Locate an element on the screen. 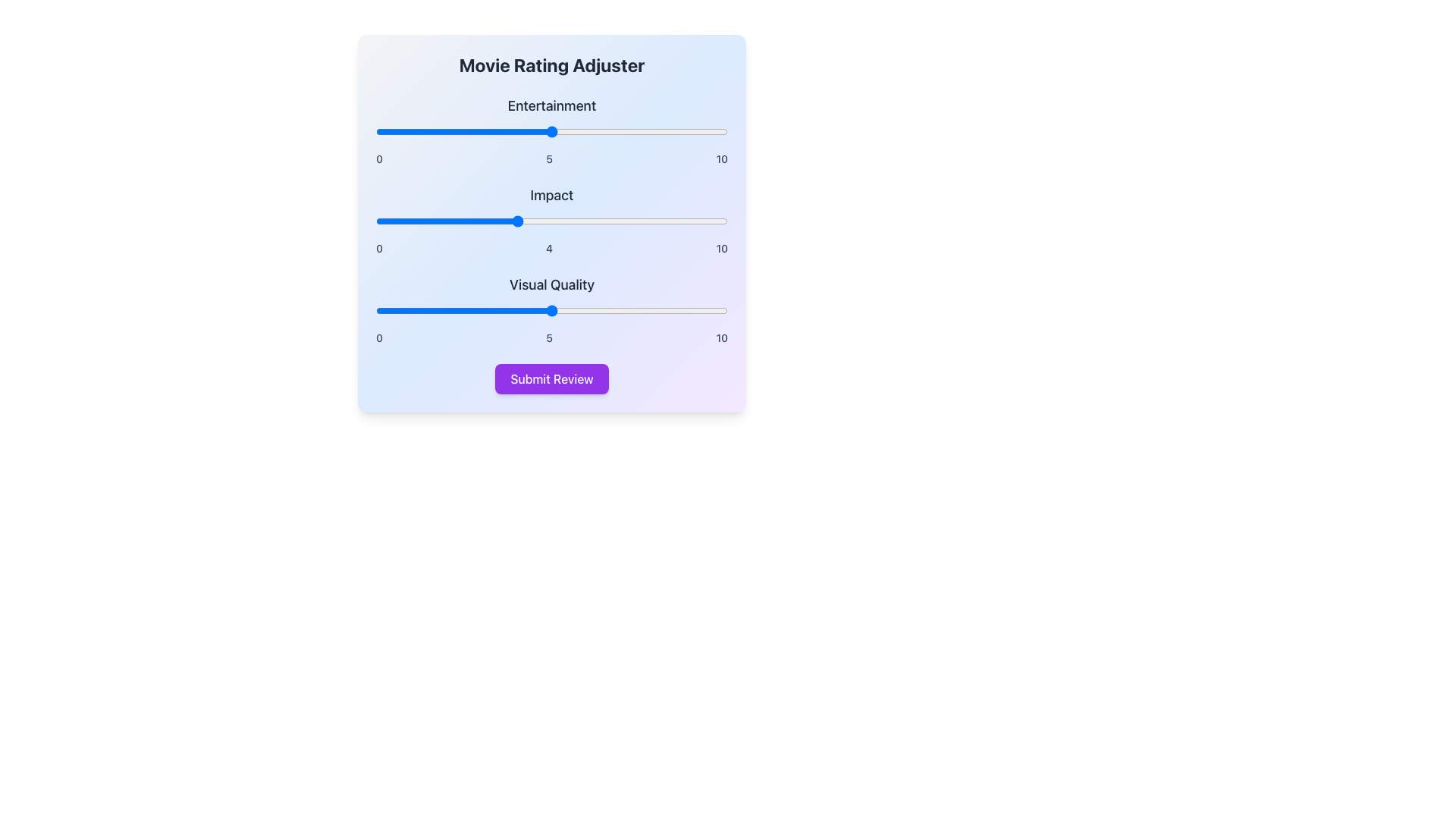  the numeric scale label located directly below the 'Impact' slider, which displays values ranging from '0' to '10' is located at coordinates (551, 247).